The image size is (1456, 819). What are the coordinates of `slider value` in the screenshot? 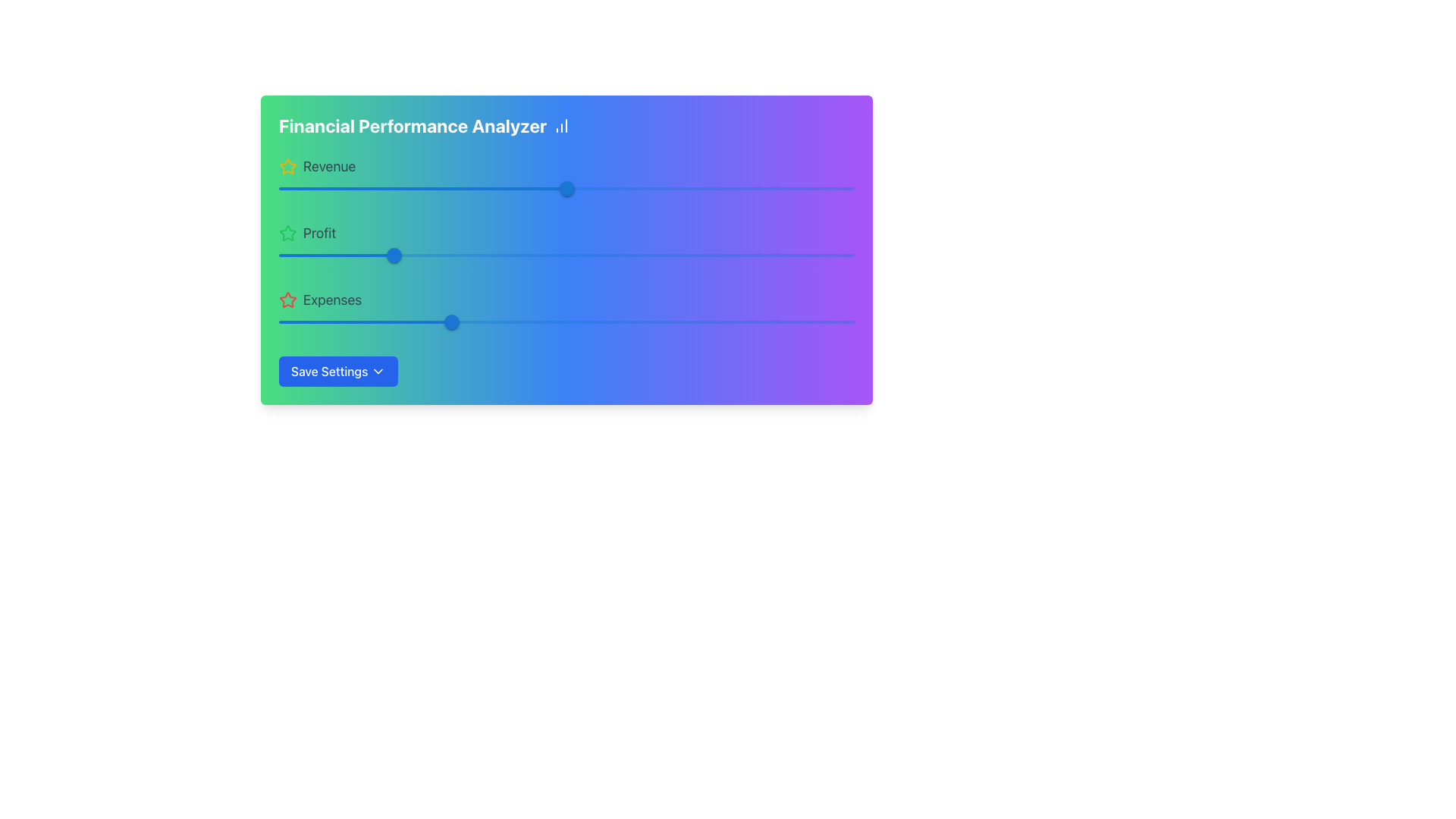 It's located at (389, 254).